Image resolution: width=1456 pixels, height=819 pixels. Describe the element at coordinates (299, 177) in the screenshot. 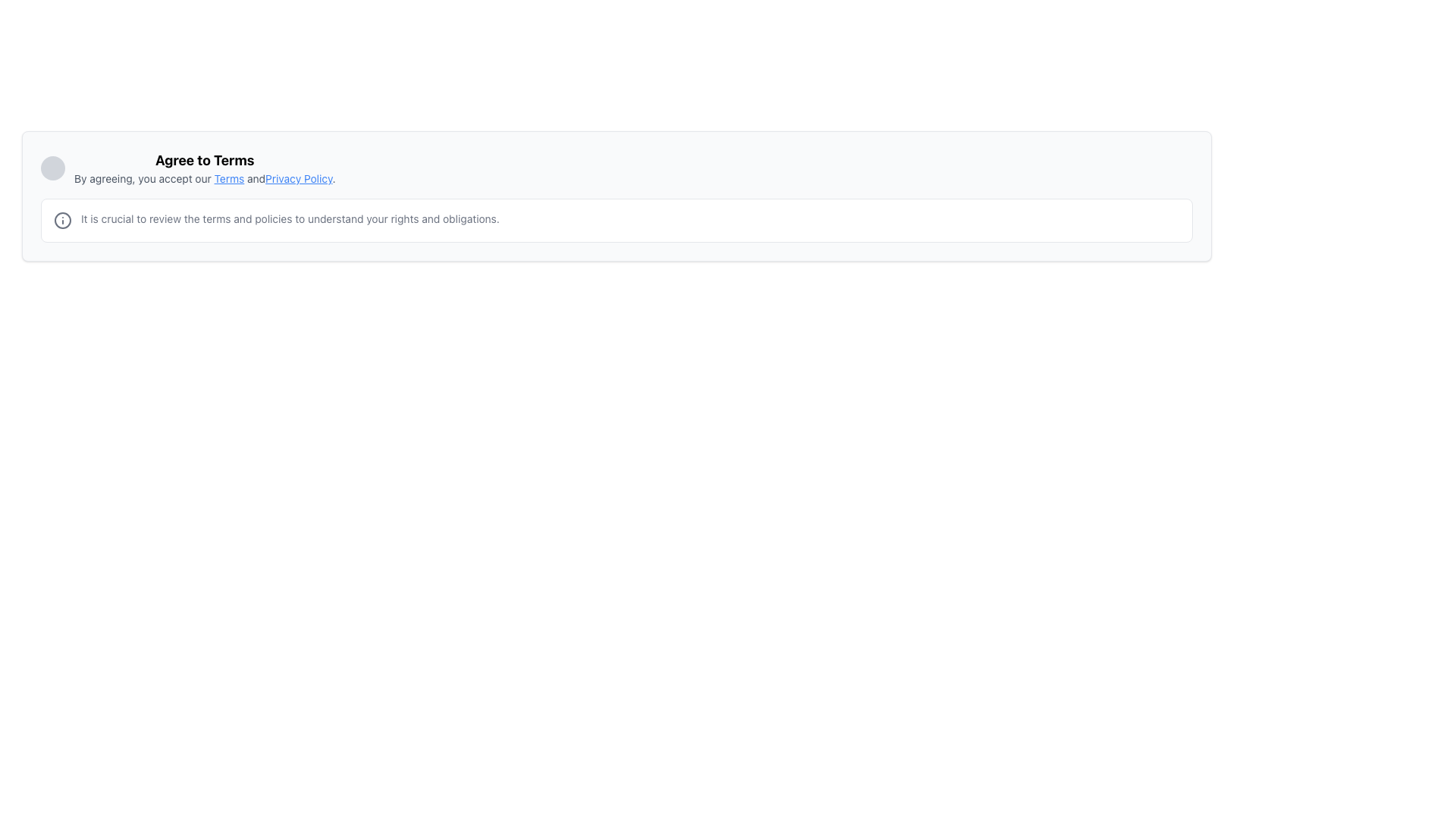

I see `the 'Privacy Policy' hyperlink, which is styled with blue text and an underline, located within the sentence under the 'Agree to Terms' heading` at that location.